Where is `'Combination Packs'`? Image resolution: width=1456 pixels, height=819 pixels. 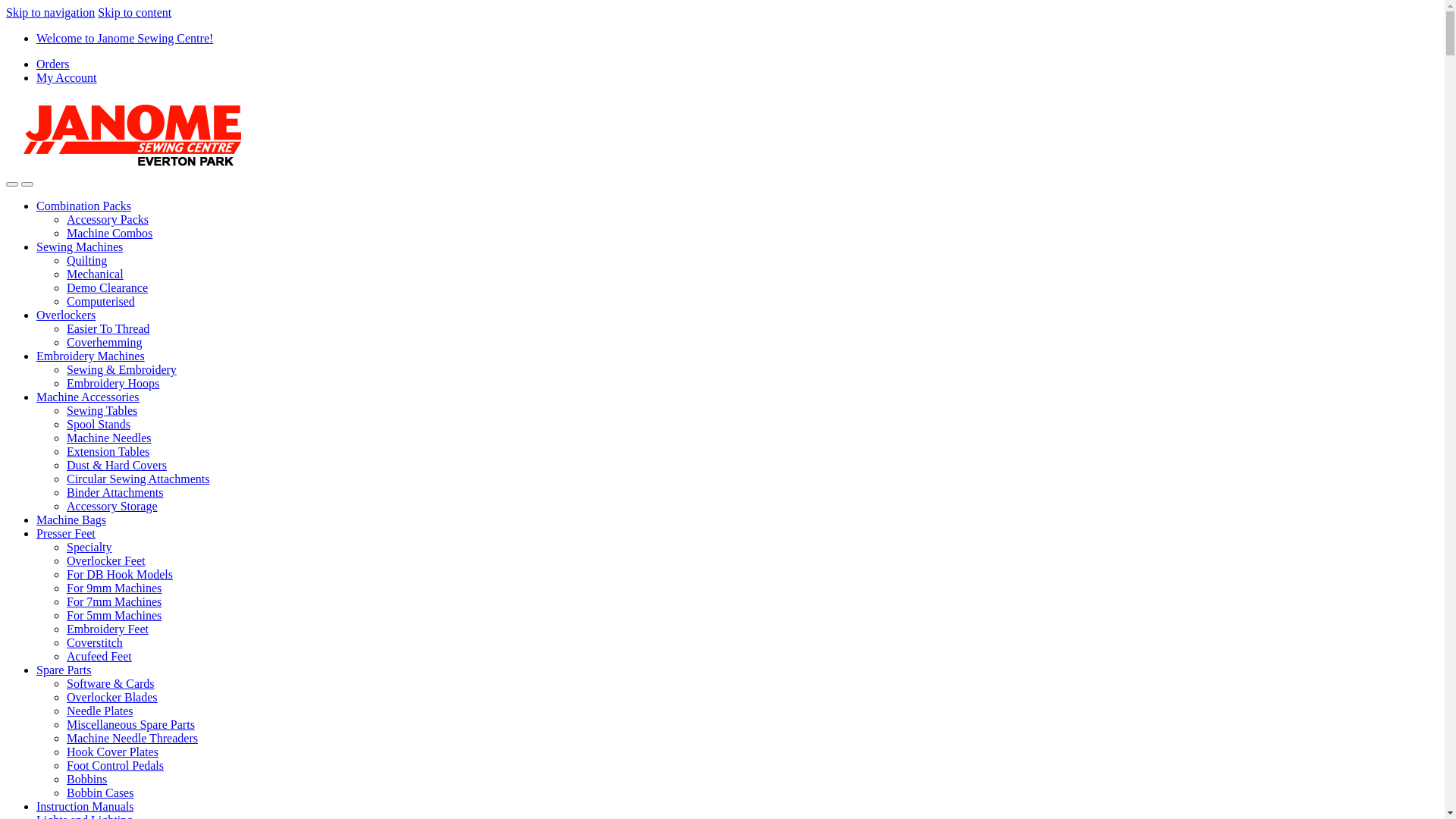 'Combination Packs' is located at coordinates (36, 206).